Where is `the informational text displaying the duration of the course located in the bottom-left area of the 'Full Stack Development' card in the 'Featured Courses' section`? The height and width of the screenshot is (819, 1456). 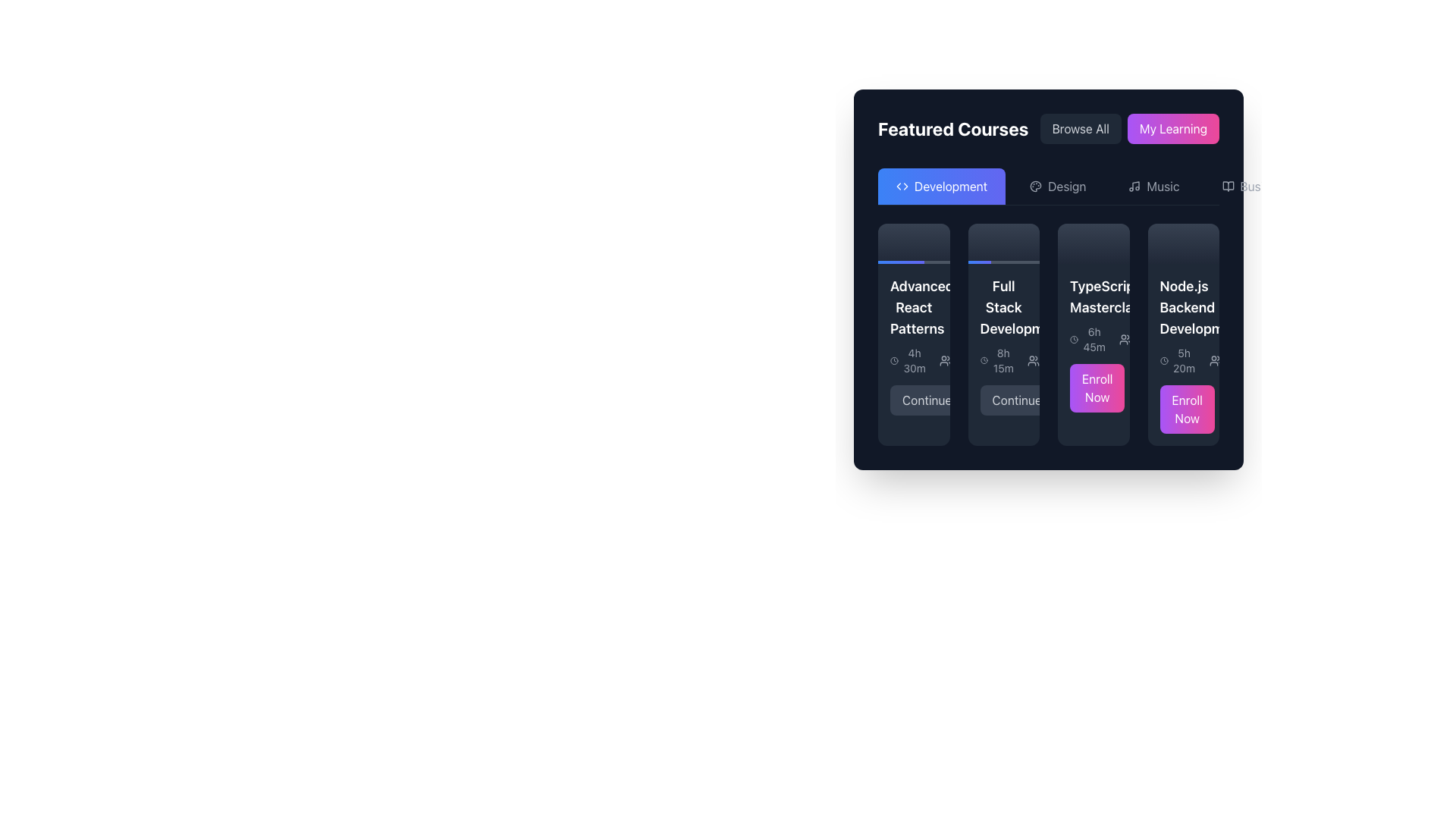 the informational text displaying the duration of the course located in the bottom-left area of the 'Full Stack Development' card in the 'Featured Courses' section is located at coordinates (997, 361).